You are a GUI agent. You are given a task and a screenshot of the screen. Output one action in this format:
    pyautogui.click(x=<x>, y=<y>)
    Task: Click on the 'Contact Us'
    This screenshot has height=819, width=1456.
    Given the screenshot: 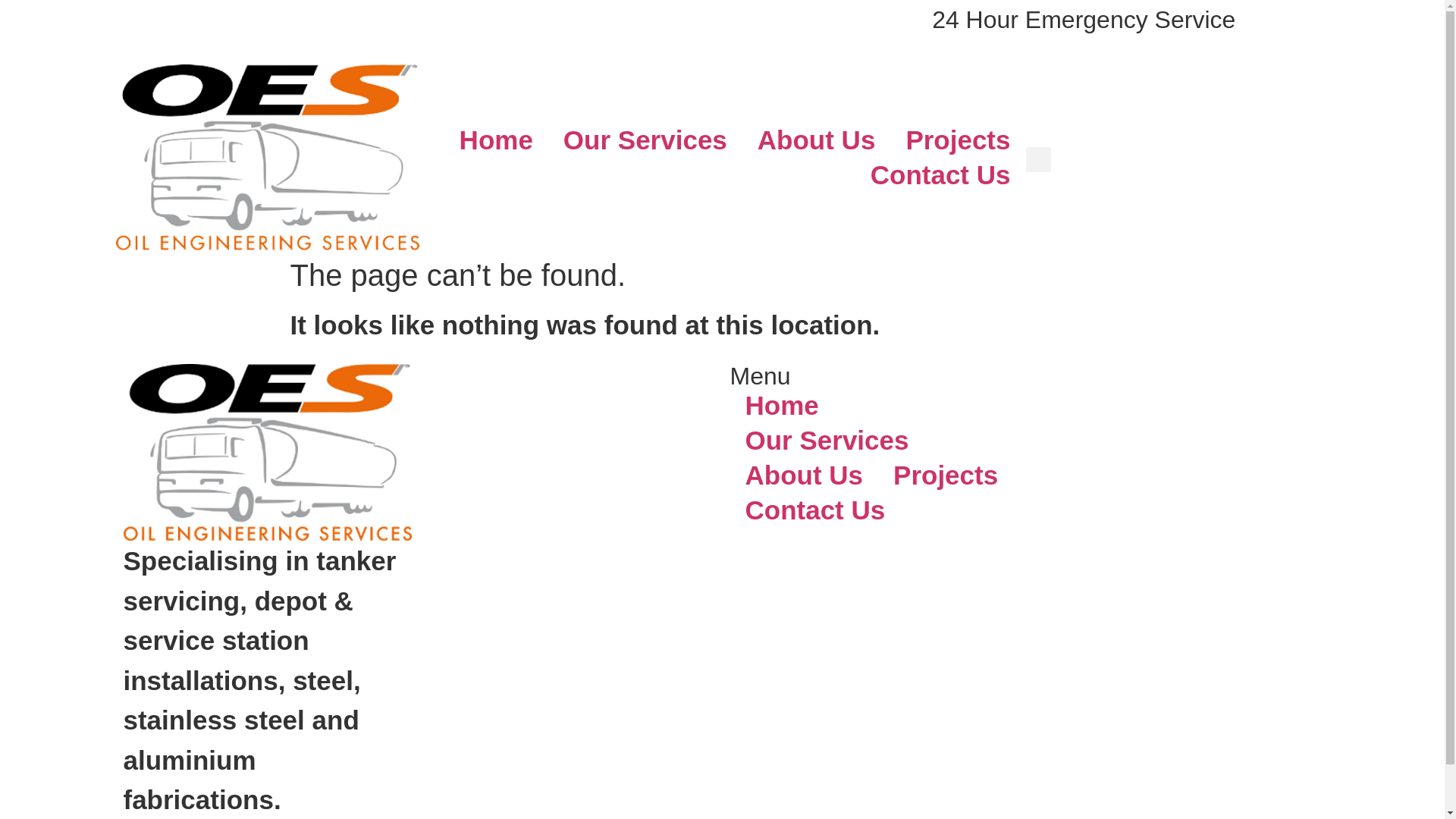 What is the action you would take?
    pyautogui.click(x=814, y=510)
    